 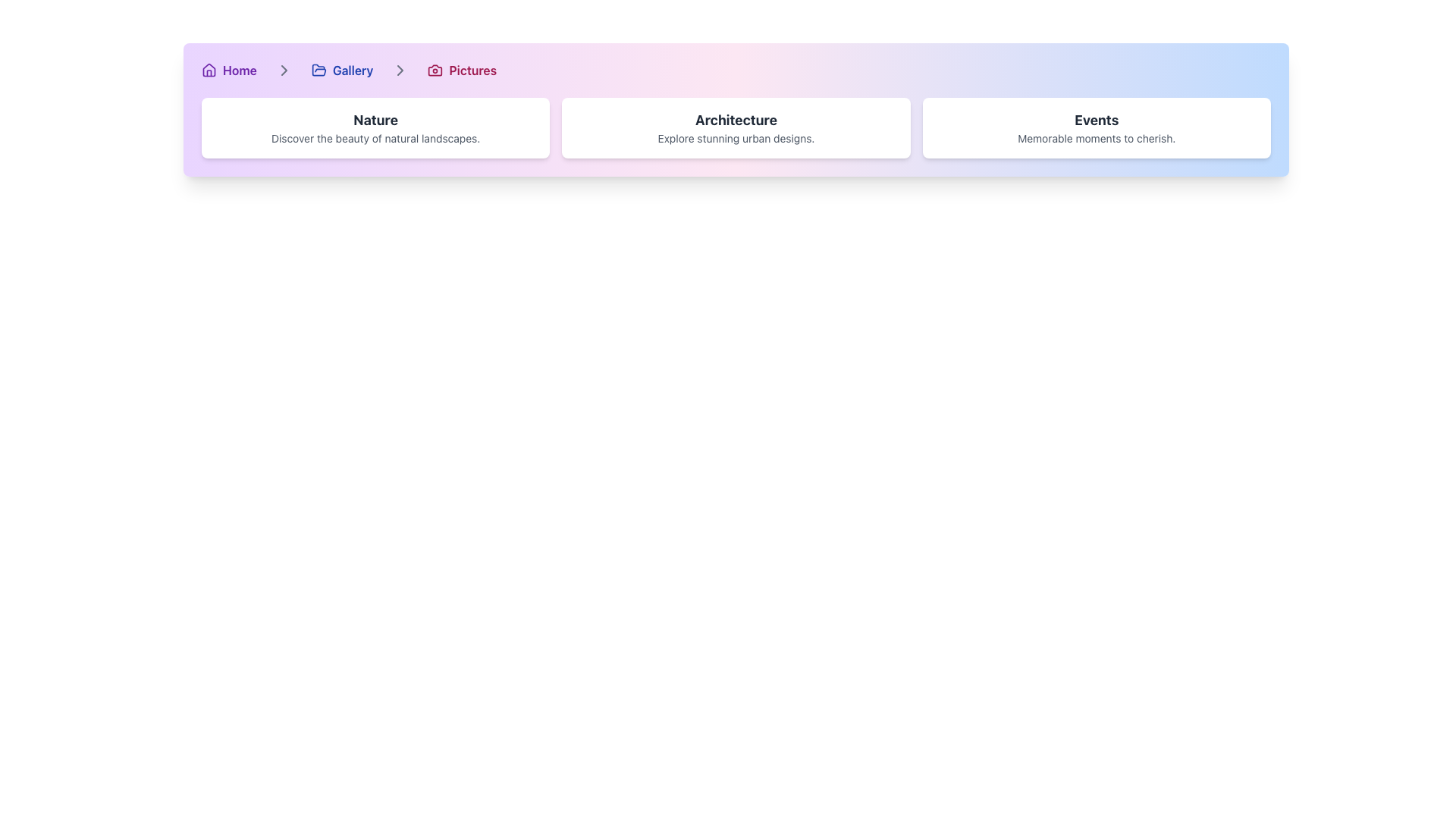 I want to click on the text label that reads 'Pictures' in the breadcrumb navigation bar, styled in pink and bold, located to the right of a camera icon, so click(x=472, y=70).